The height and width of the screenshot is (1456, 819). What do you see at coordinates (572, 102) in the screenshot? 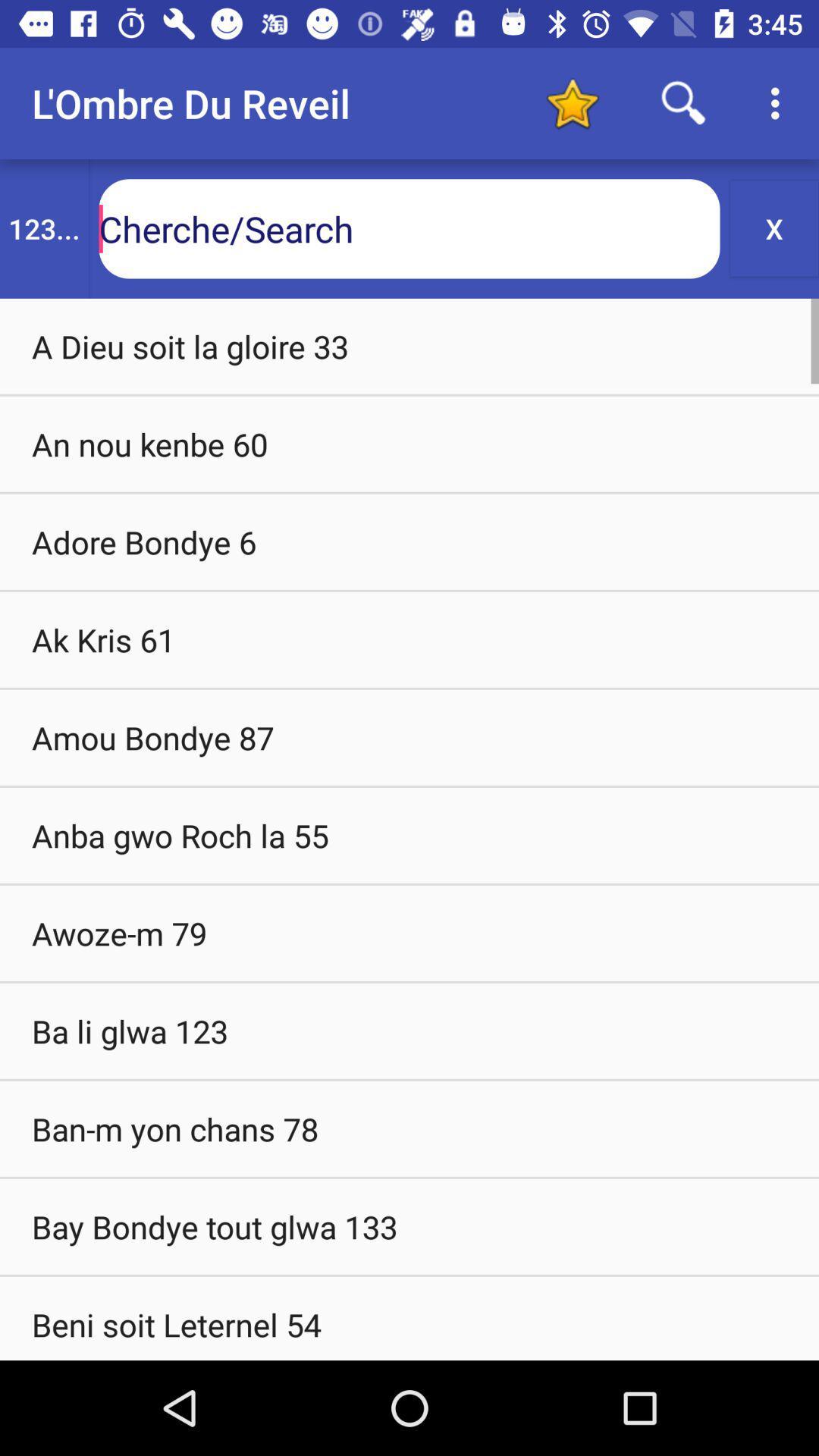
I see `icon to the right of the l ombre du` at bounding box center [572, 102].